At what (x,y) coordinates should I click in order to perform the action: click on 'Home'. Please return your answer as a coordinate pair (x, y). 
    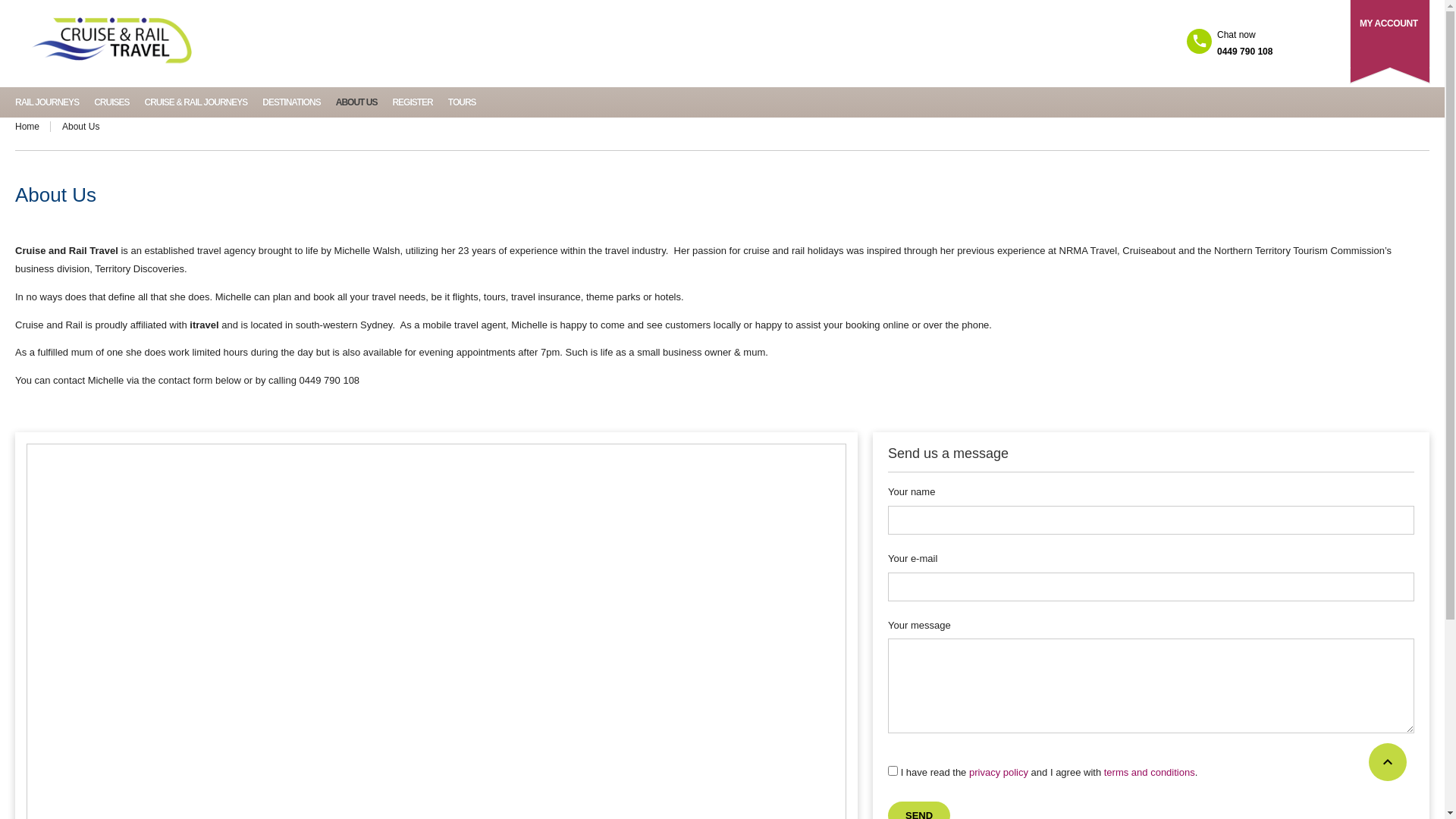
    Looking at the image, I should click on (14, 125).